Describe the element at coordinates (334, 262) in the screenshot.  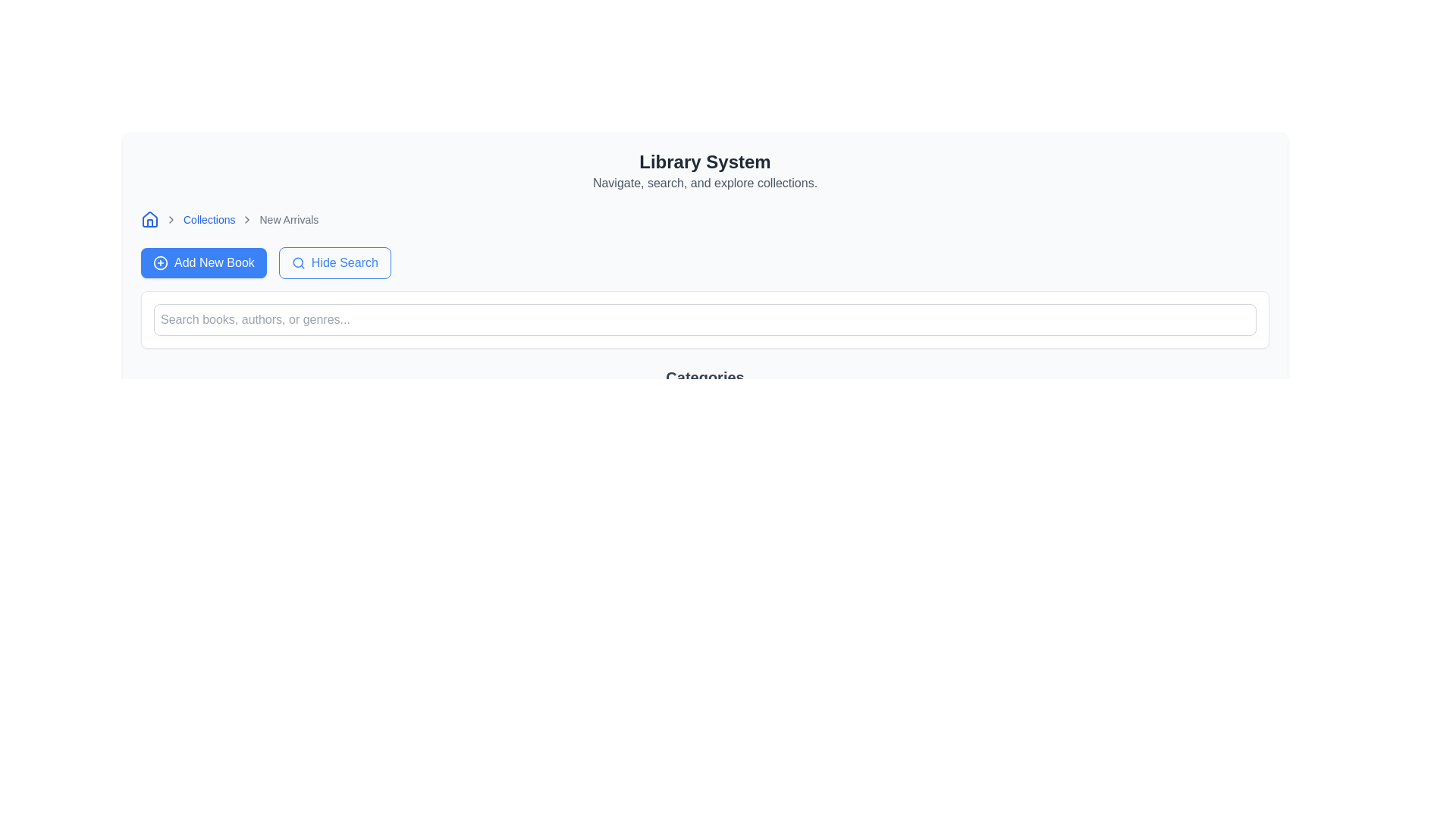
I see `the toggle visibility button located adjacent to the 'Add New Book' button in the header bar` at that location.